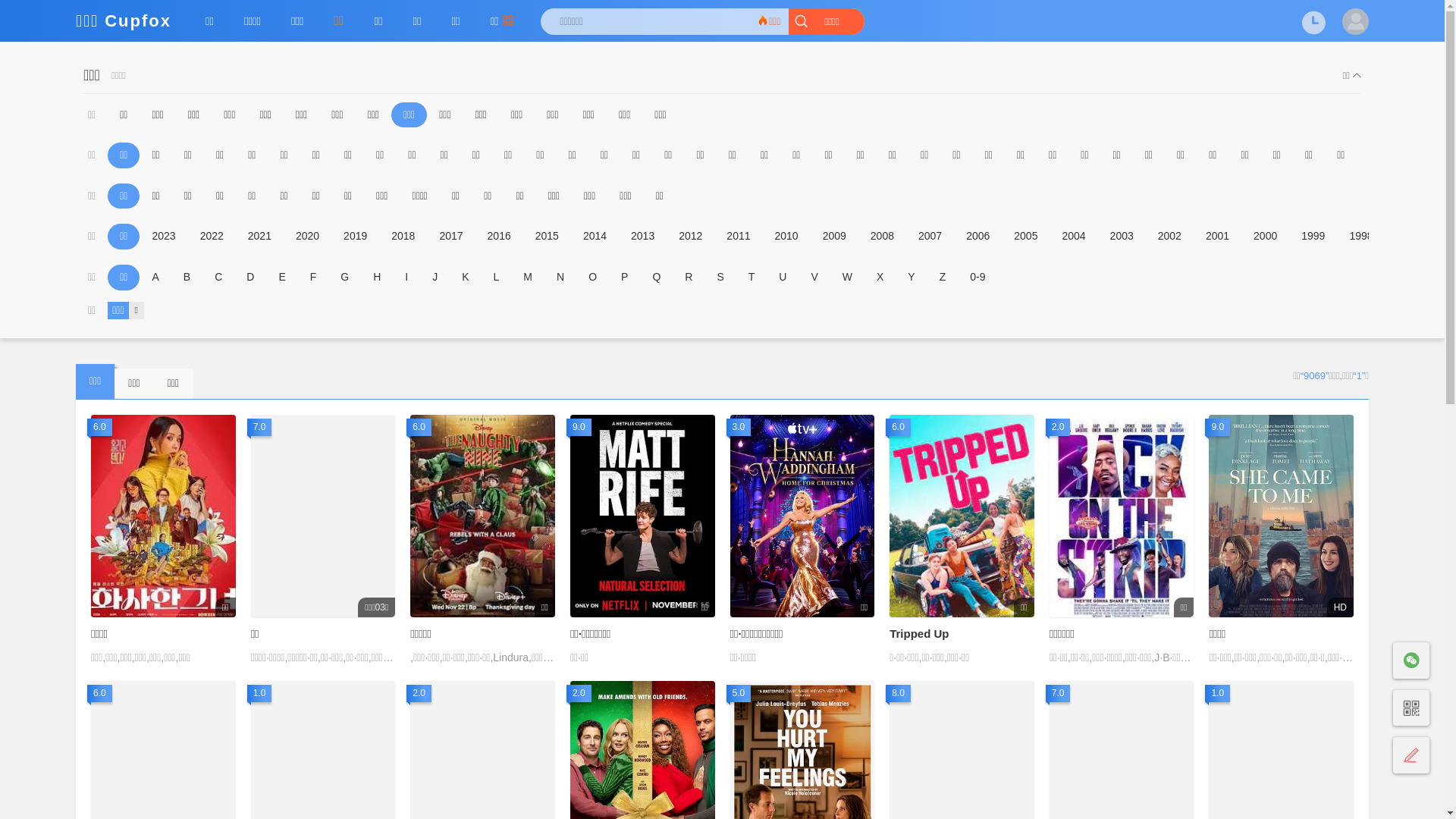  I want to click on 'K', so click(464, 278).